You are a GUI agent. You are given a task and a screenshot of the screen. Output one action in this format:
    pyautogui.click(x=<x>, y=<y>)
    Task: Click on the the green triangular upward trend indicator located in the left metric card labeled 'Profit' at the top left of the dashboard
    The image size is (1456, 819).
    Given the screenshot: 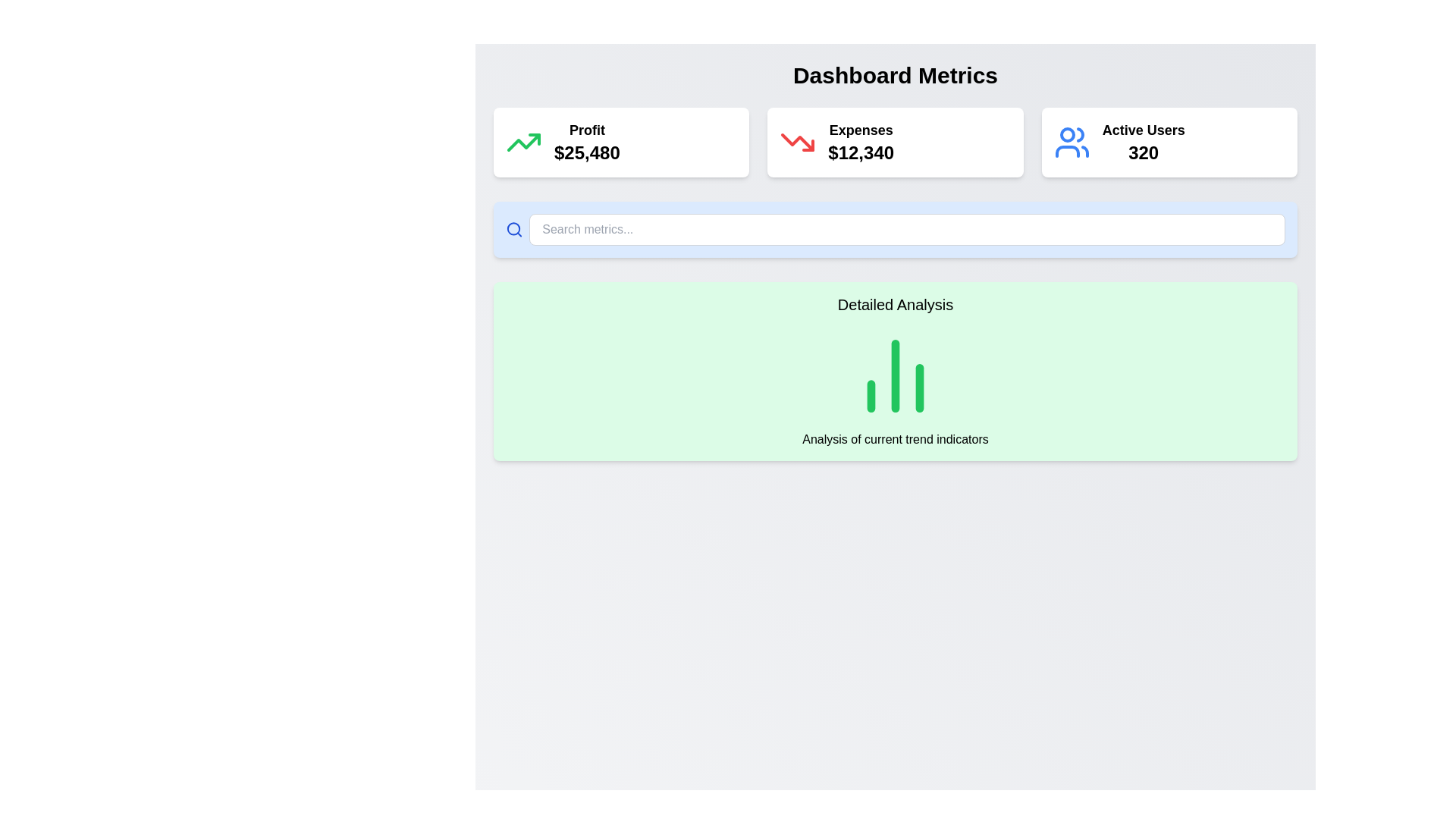 What is the action you would take?
    pyautogui.click(x=535, y=140)
    